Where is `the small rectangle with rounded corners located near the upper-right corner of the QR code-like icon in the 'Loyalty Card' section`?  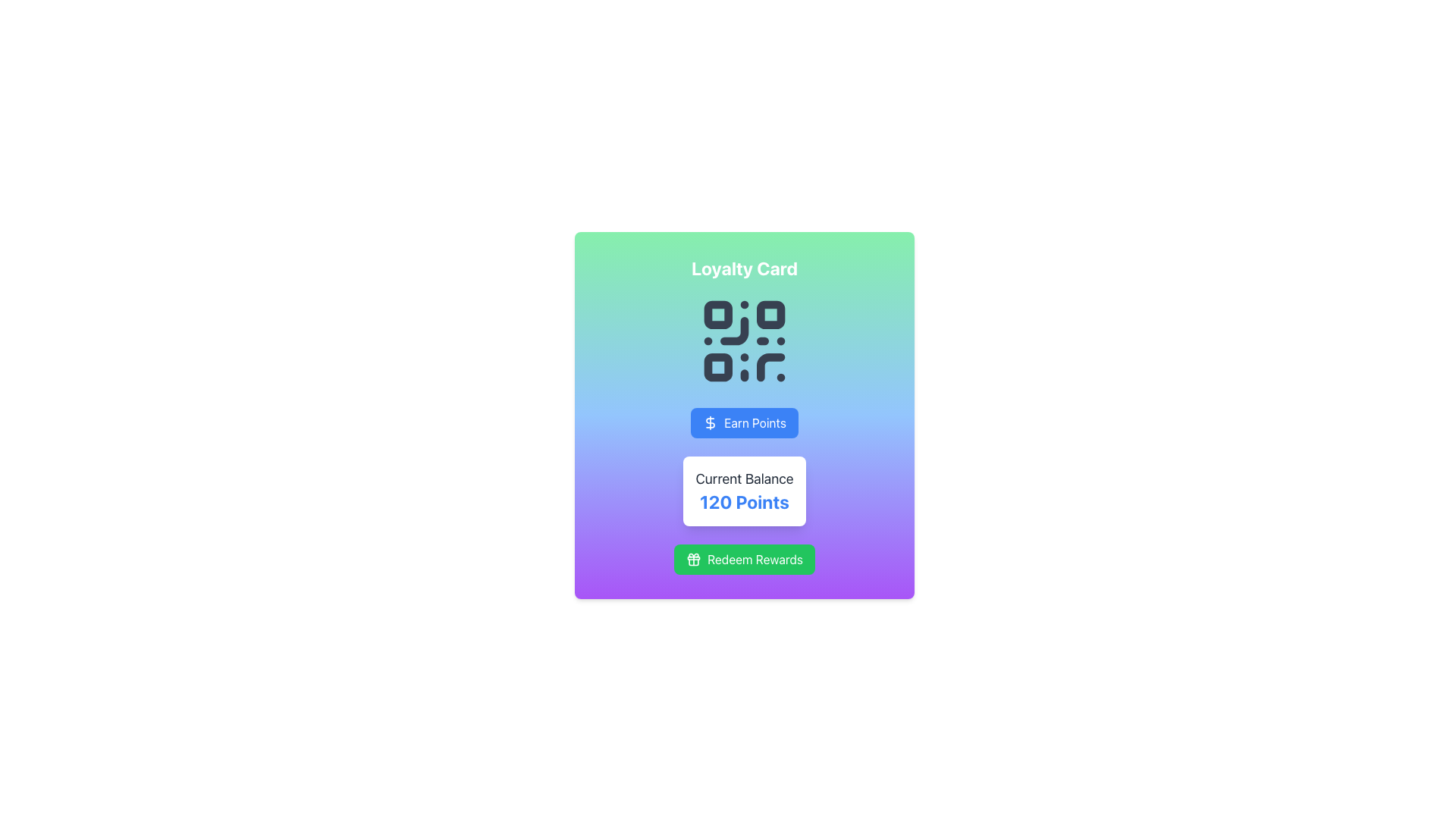
the small rectangle with rounded corners located near the upper-right corner of the QR code-like icon in the 'Loyalty Card' section is located at coordinates (770, 314).